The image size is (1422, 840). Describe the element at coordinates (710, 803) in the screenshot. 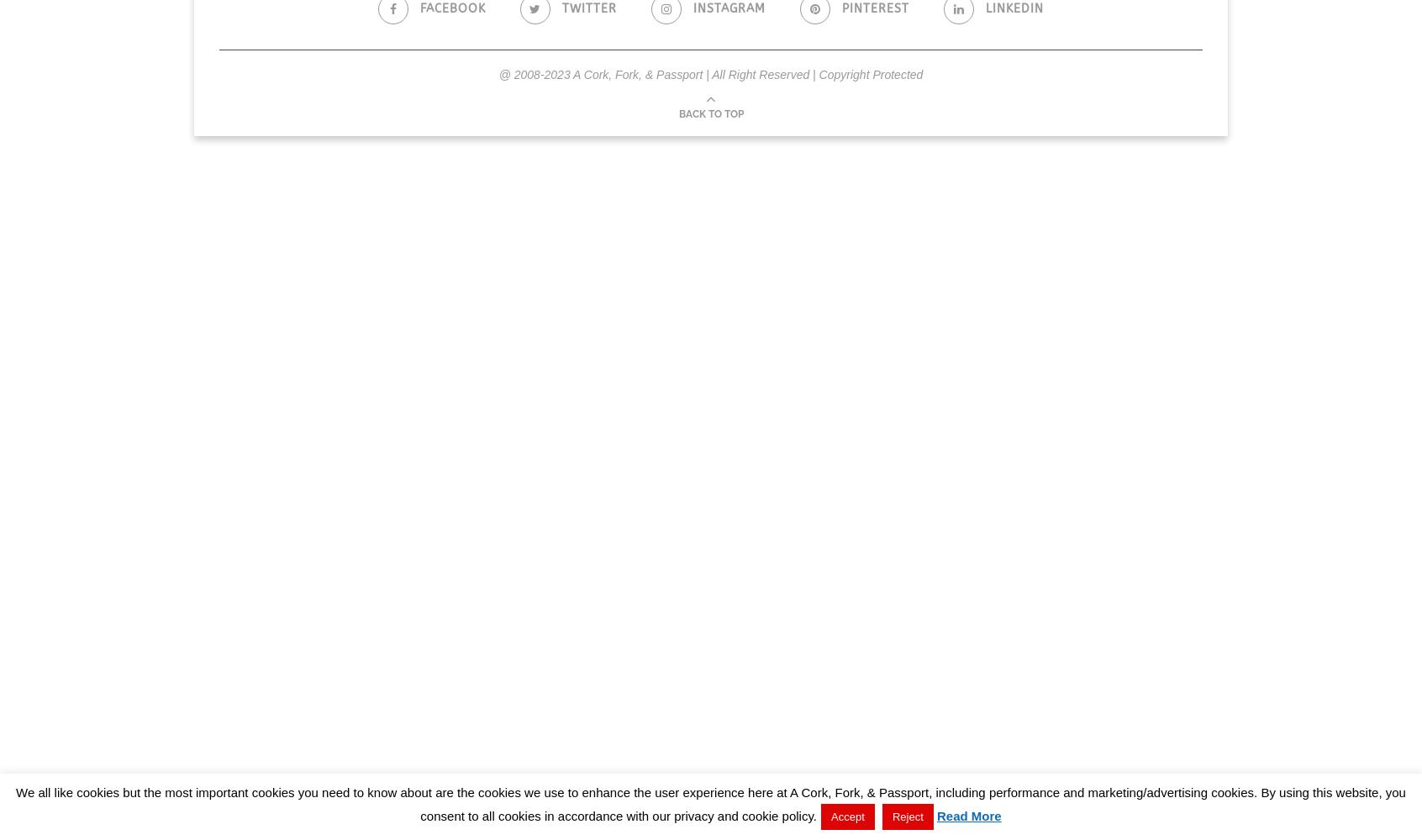

I see `'We all like cookies but the most important cookies you need to know about are the cookies we use to enhance the user experience here at A Cork, Fork, & Passport, including performance and marketing/advertising cookies. By using this website, you consent to all cookies in accordance with our privacy and cookie policy.'` at that location.